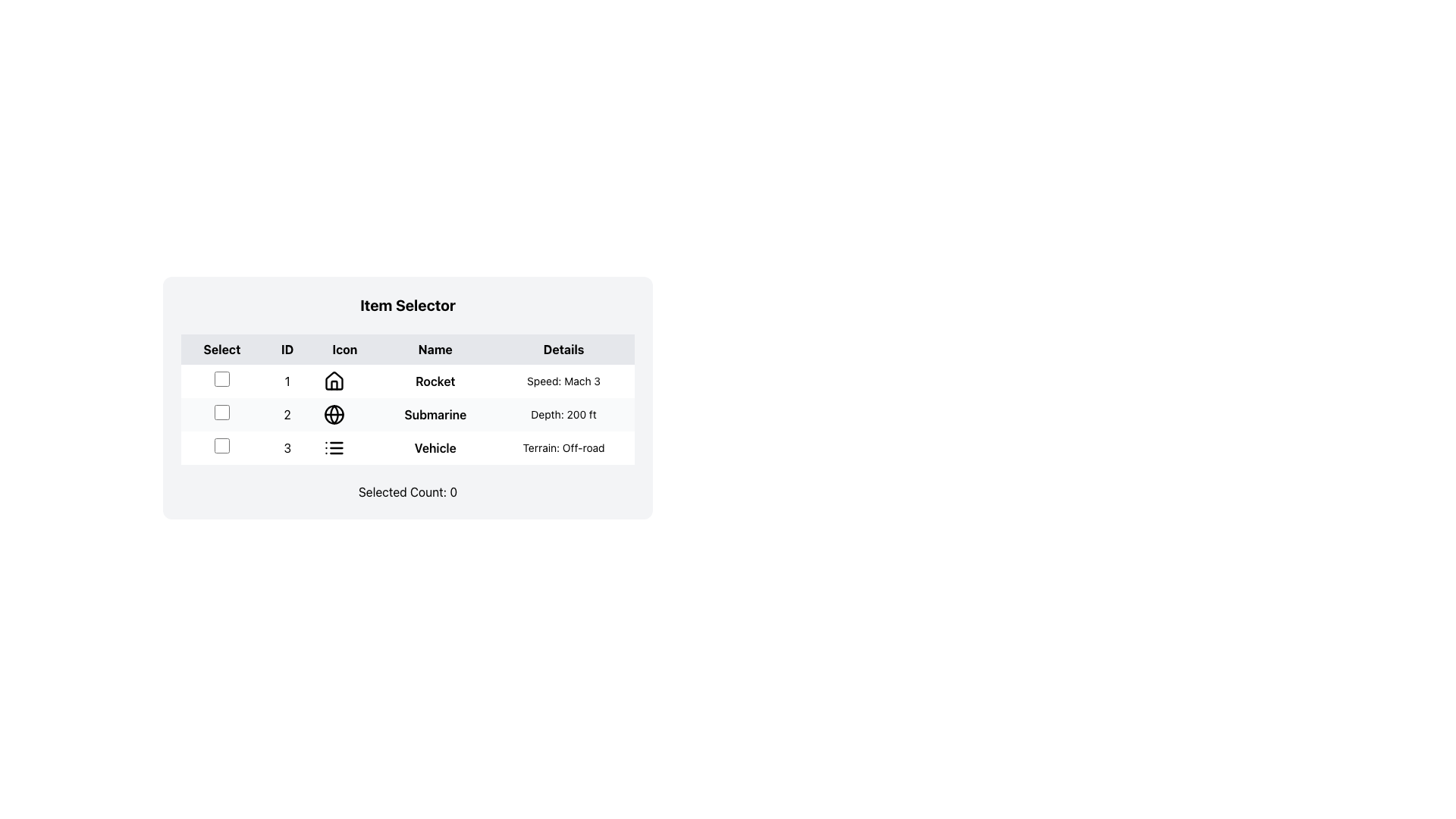 This screenshot has height=819, width=1456. What do you see at coordinates (563, 415) in the screenshot?
I see `the static text label displaying 'Depth: 200 ft' located in the second row under the 'Details' column` at bounding box center [563, 415].